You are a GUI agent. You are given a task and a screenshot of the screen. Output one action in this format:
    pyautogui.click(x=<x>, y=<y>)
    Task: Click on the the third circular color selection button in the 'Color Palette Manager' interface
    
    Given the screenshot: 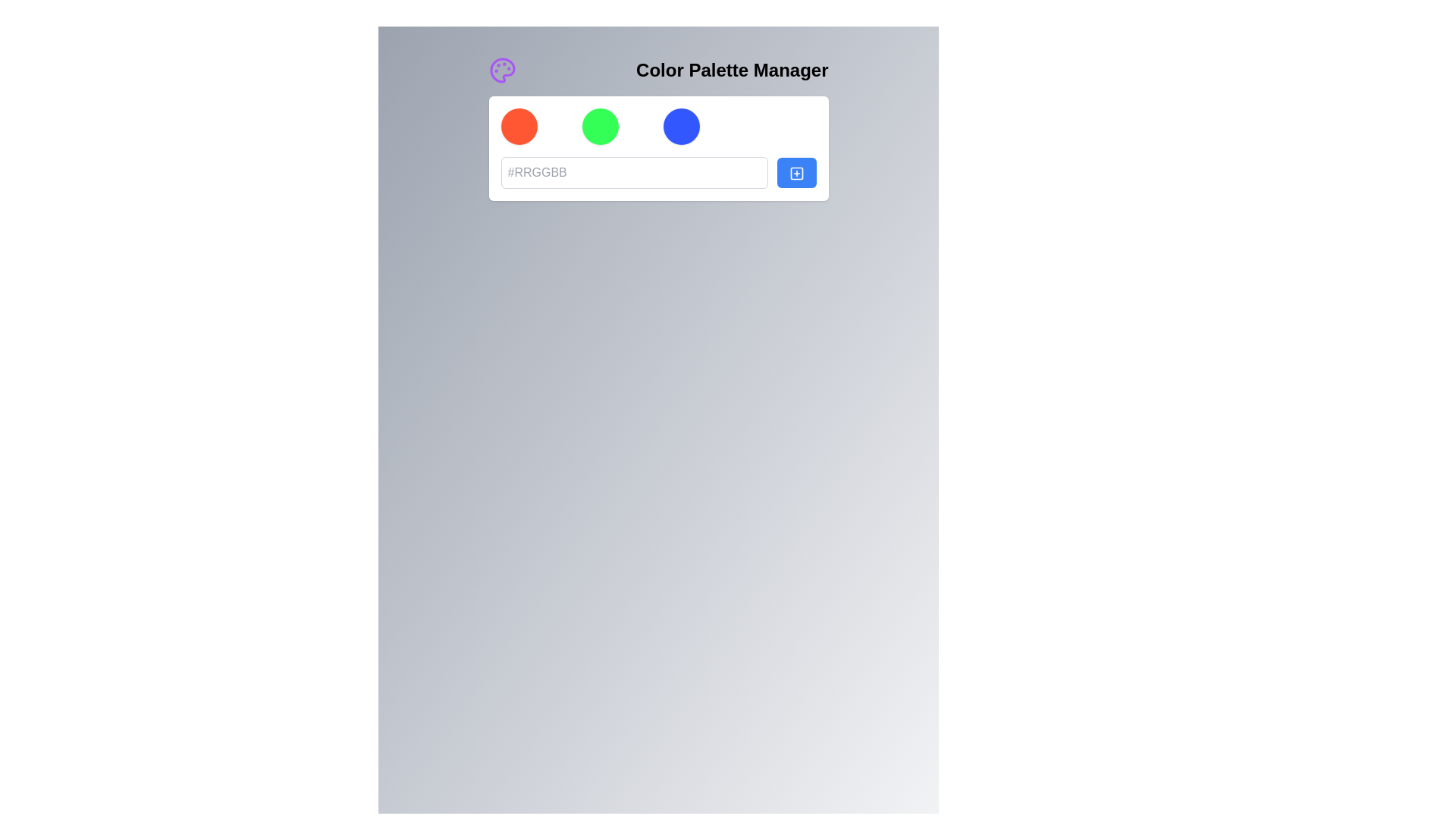 What is the action you would take?
    pyautogui.click(x=680, y=125)
    